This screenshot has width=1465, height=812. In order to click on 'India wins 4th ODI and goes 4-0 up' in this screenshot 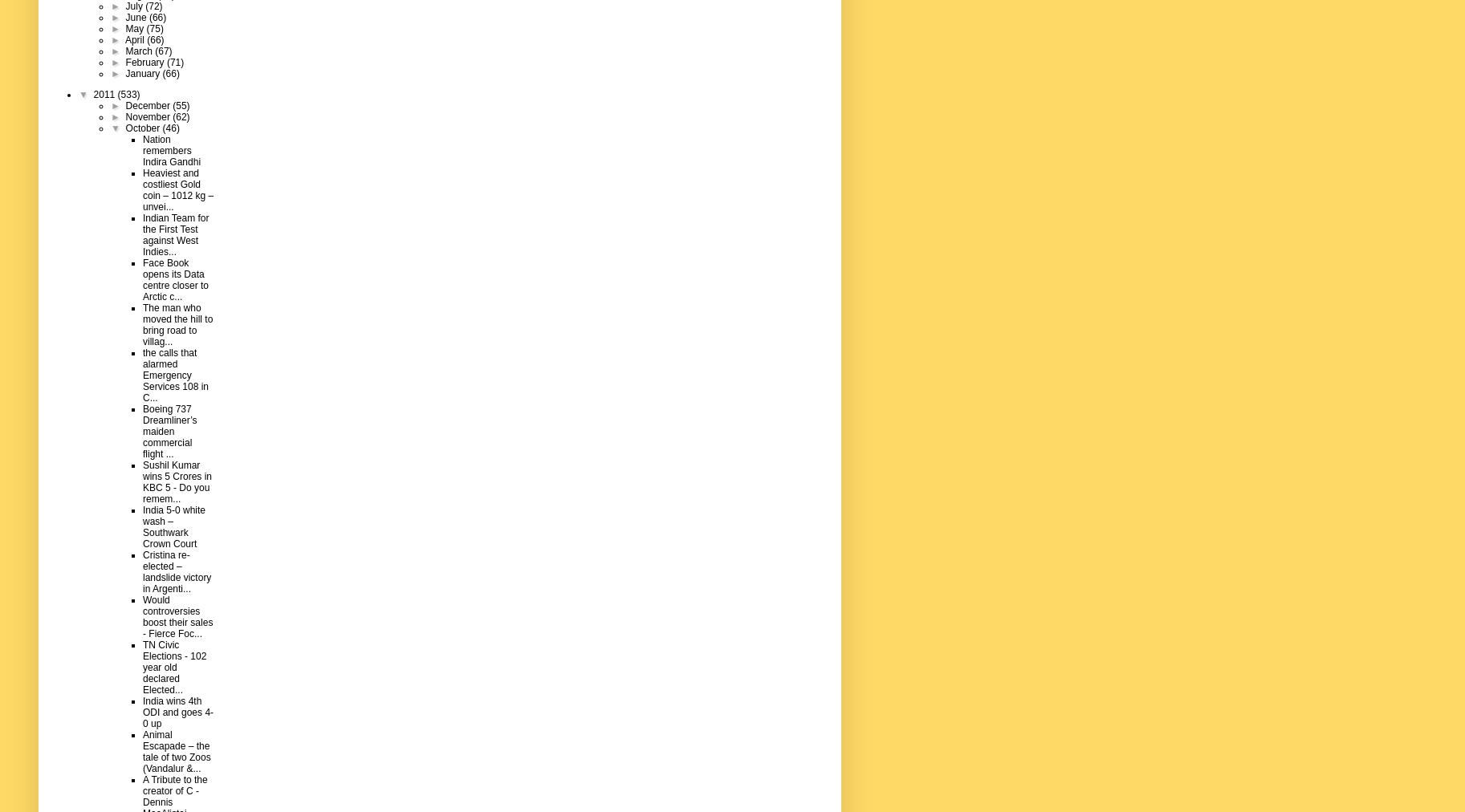, I will do `click(177, 712)`.